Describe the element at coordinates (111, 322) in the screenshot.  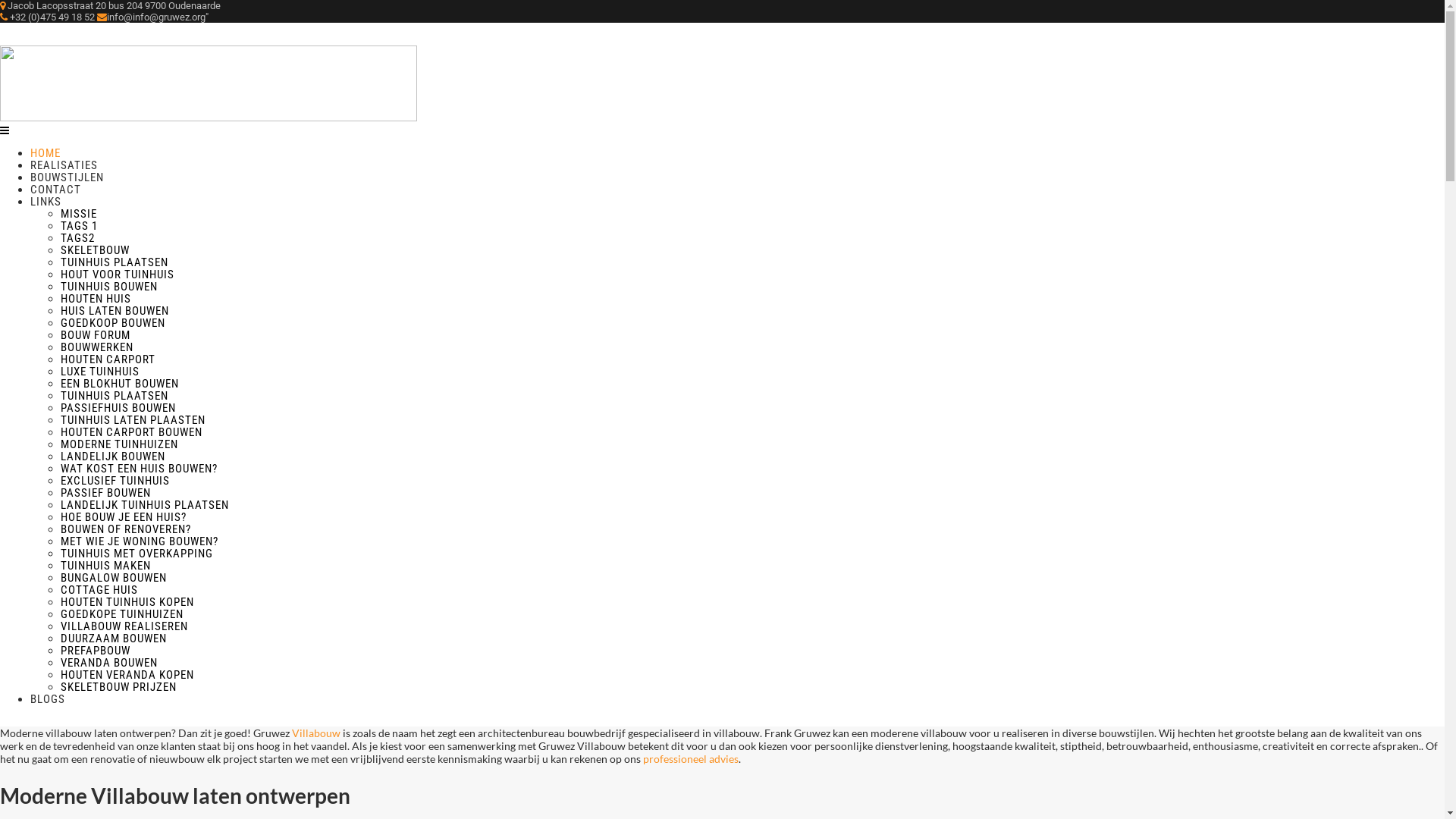
I see `'GOEDKOOP BOUWEN'` at that location.